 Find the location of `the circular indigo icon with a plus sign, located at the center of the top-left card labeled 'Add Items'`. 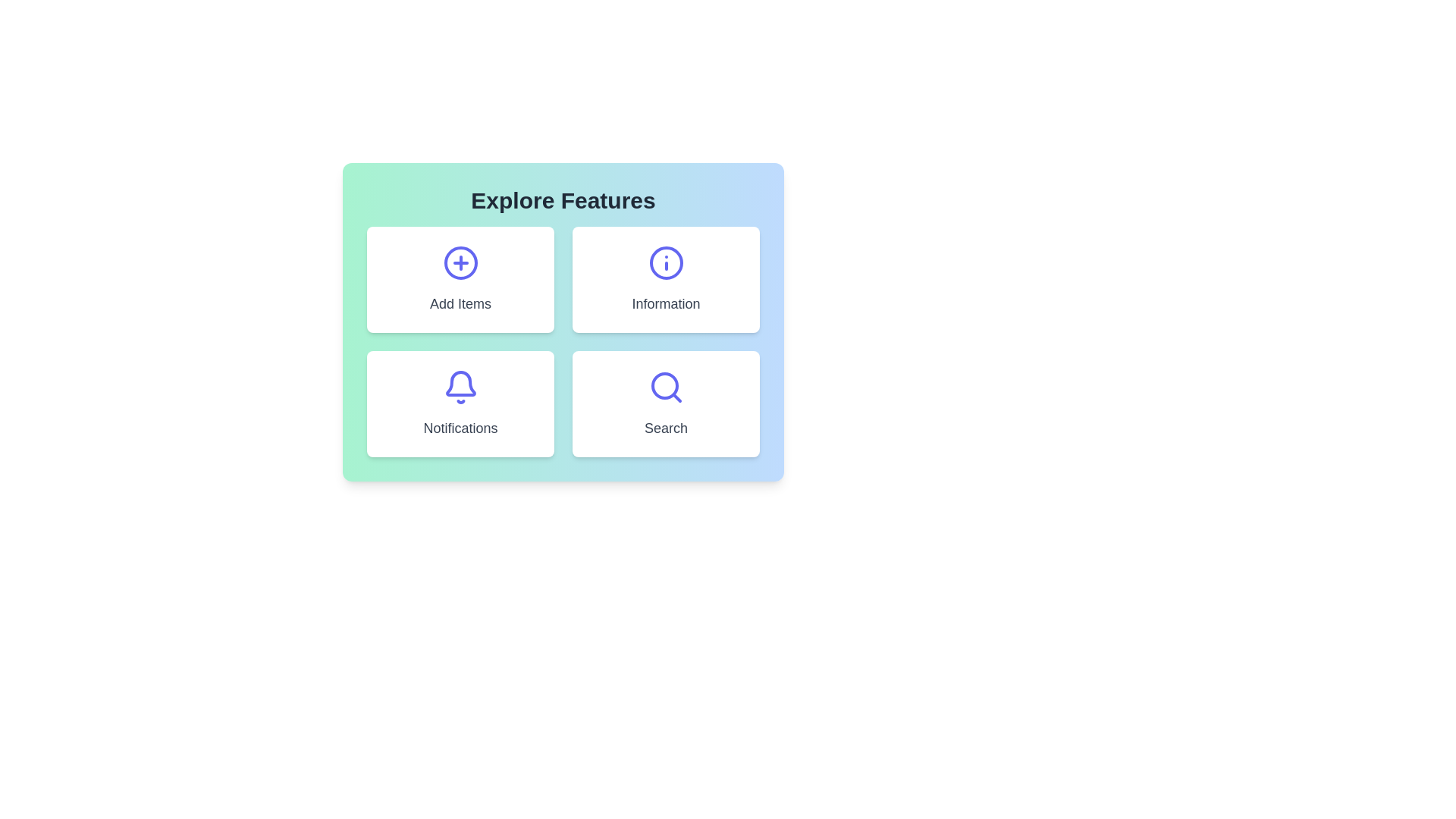

the circular indigo icon with a plus sign, located at the center of the top-left card labeled 'Add Items' is located at coordinates (460, 262).